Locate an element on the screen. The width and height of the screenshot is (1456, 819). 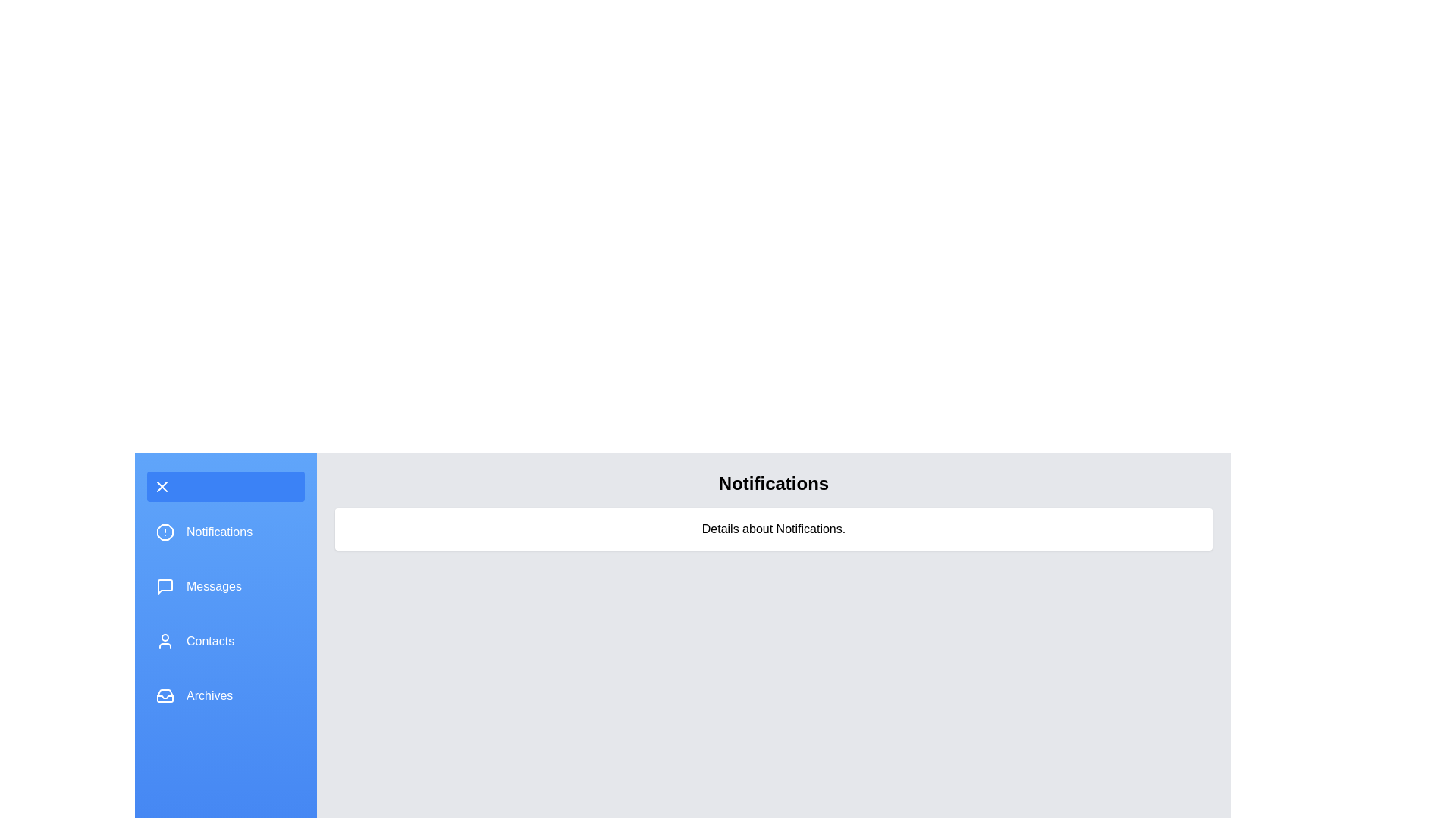
the menu section Messages is located at coordinates (224, 586).